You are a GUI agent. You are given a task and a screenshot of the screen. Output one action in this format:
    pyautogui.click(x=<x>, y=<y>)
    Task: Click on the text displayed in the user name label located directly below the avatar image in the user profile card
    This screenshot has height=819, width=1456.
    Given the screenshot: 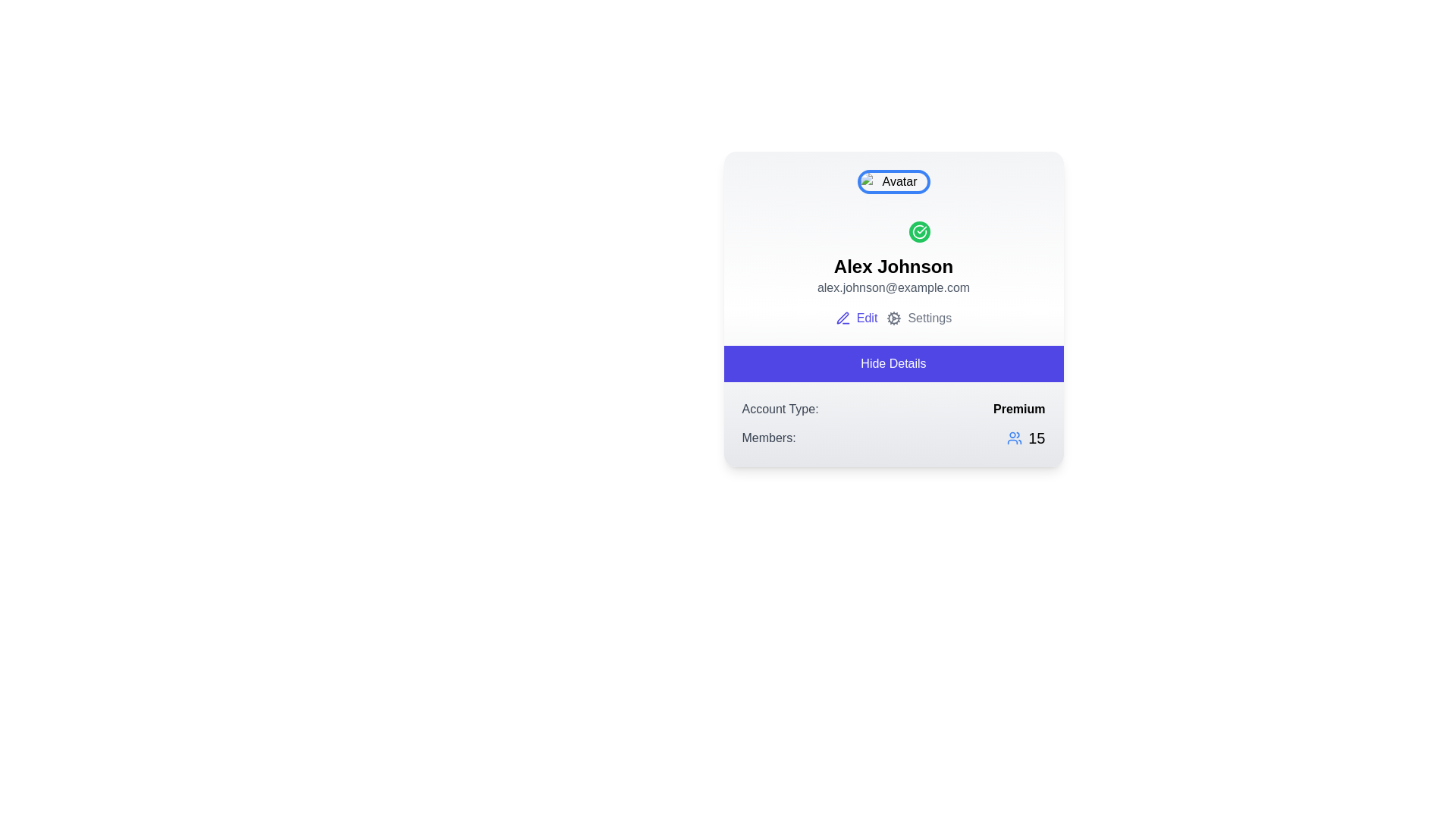 What is the action you would take?
    pyautogui.click(x=893, y=265)
    